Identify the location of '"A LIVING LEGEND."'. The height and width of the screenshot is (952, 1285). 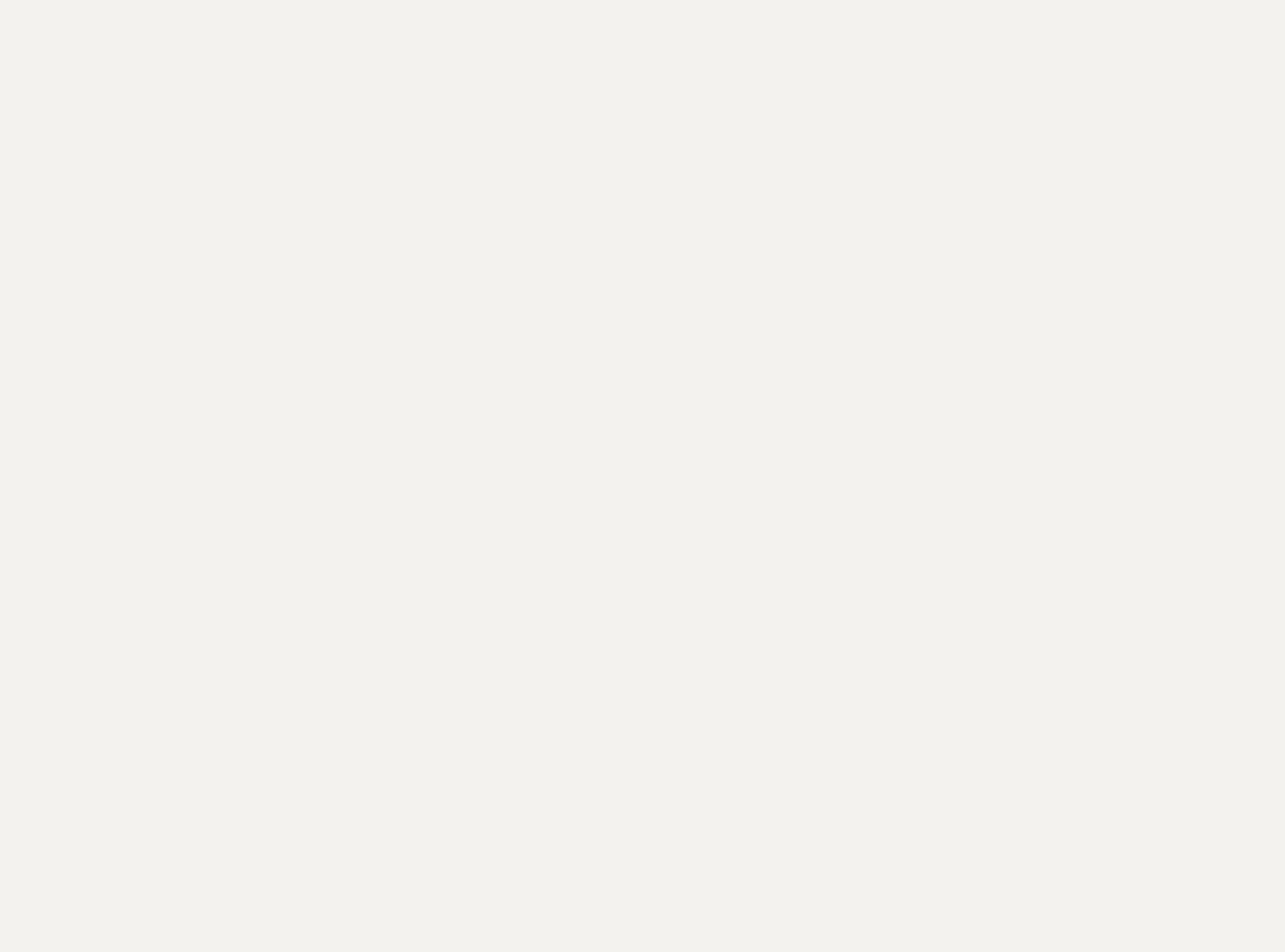
(380, 161).